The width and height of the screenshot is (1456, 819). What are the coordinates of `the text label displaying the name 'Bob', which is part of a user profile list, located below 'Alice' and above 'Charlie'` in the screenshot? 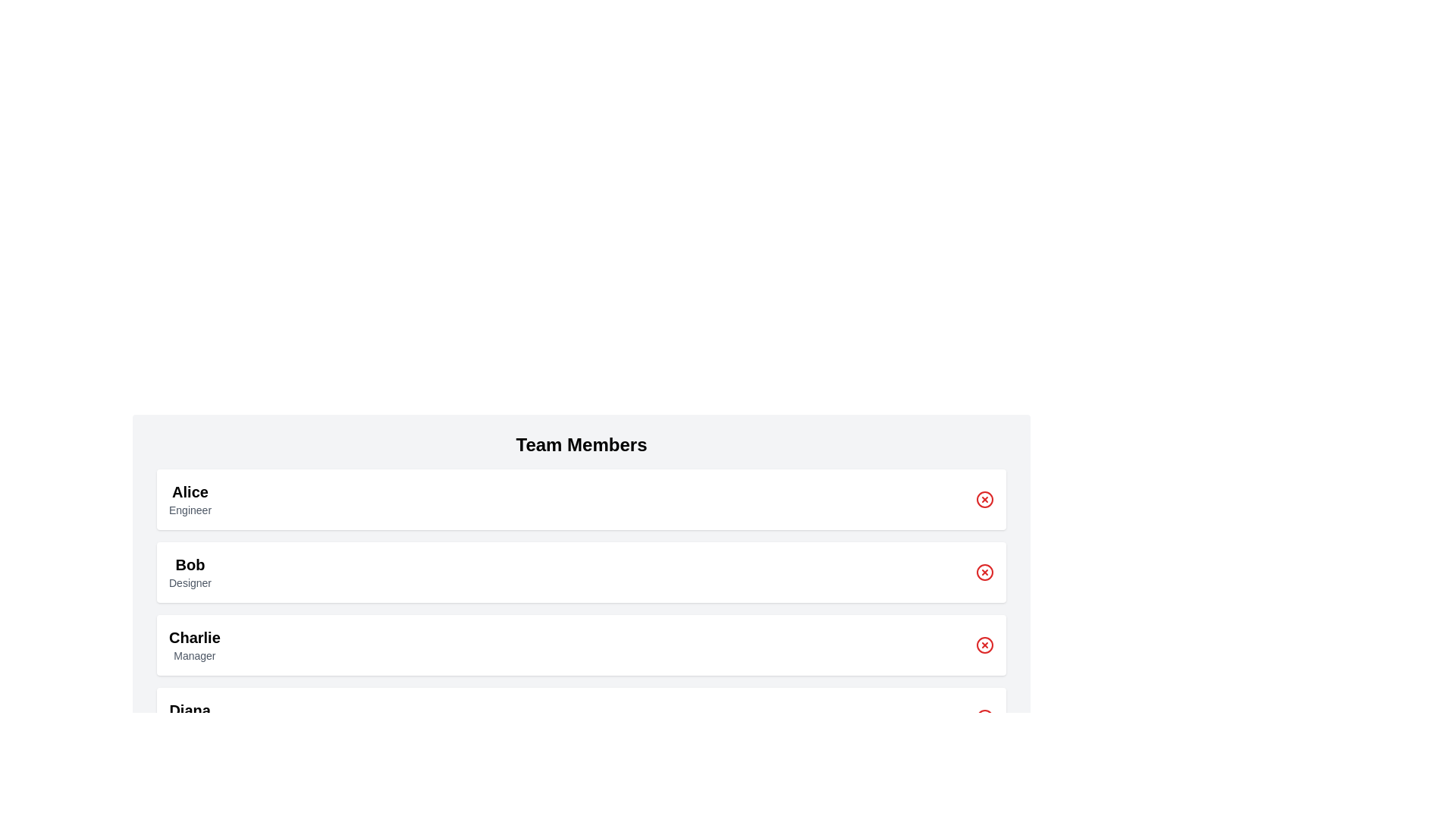 It's located at (189, 564).